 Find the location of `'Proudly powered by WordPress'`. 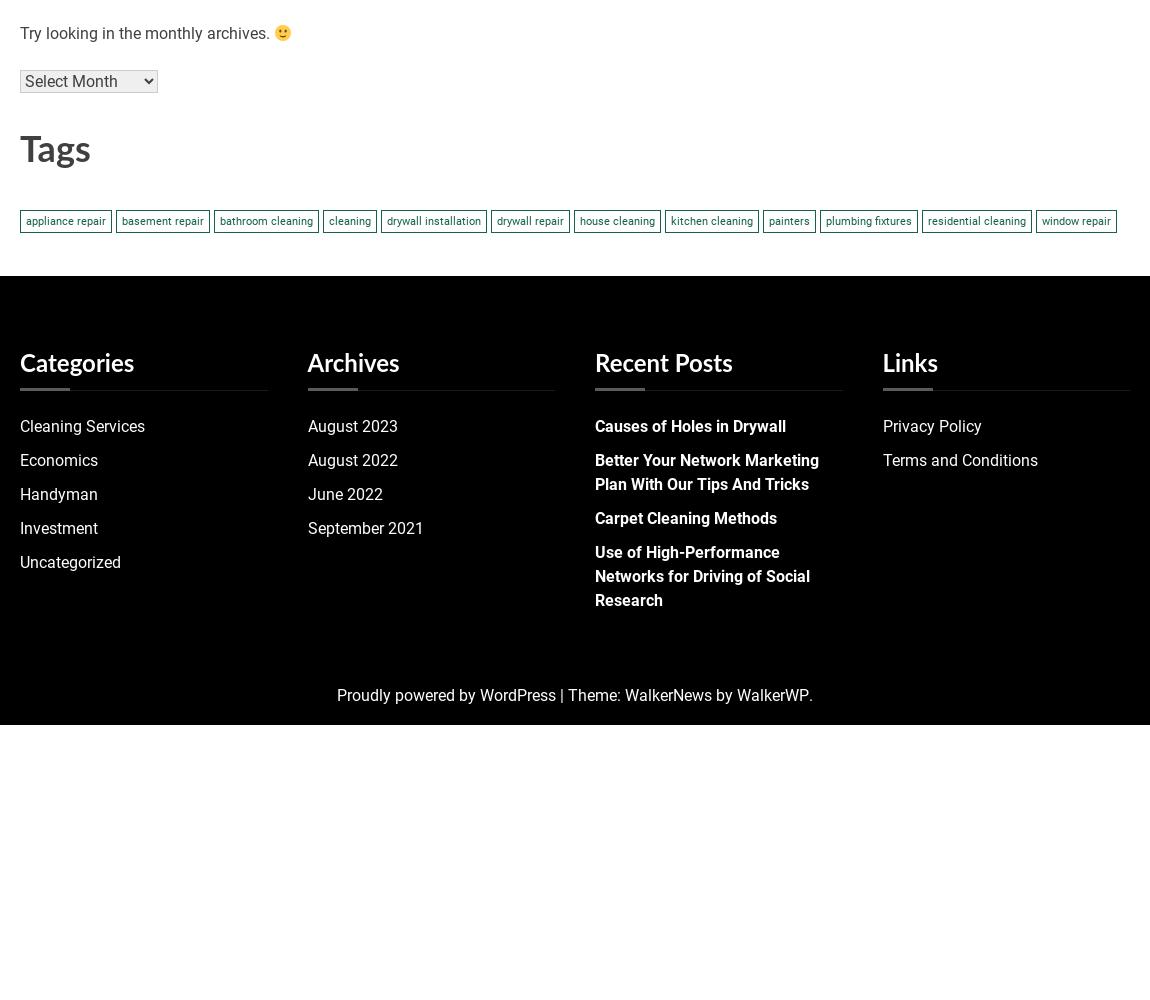

'Proudly powered by WordPress' is located at coordinates (446, 694).